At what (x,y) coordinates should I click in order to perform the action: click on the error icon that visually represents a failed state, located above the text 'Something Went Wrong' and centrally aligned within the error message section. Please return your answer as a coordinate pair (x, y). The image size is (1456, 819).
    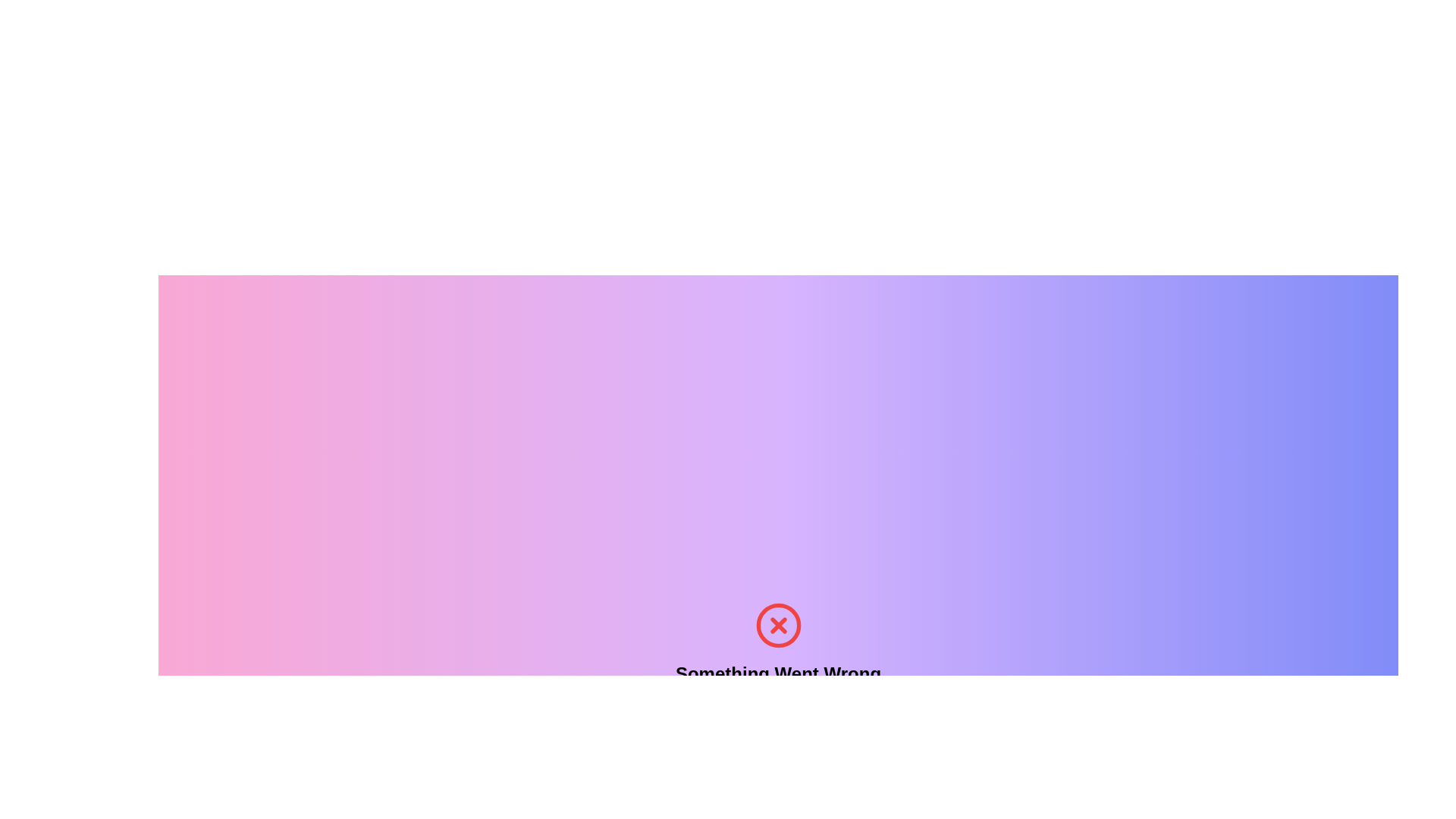
    Looking at the image, I should click on (778, 626).